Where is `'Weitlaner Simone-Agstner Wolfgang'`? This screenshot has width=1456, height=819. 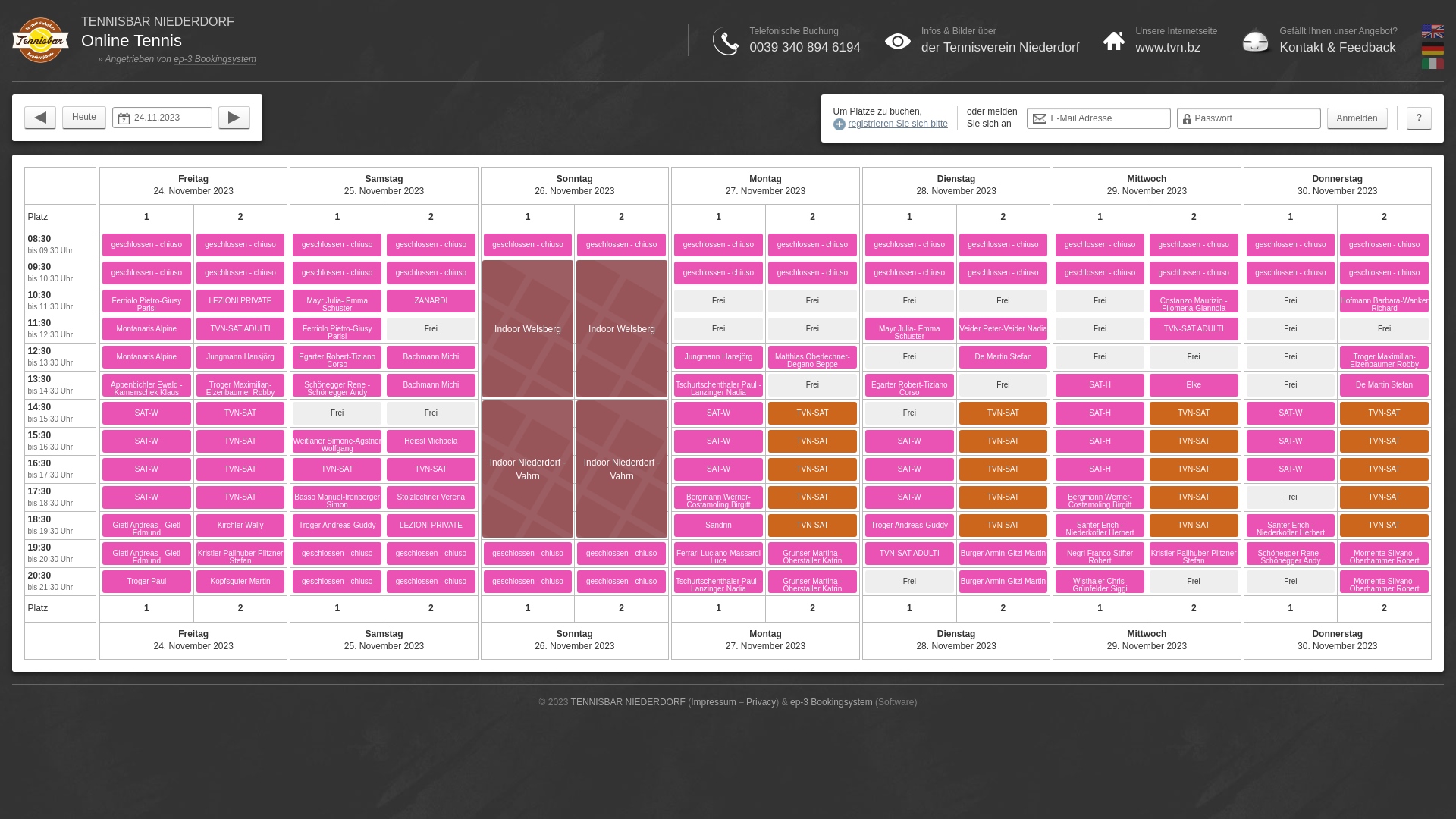 'Weitlaner Simone-Agstner Wolfgang' is located at coordinates (292, 441).